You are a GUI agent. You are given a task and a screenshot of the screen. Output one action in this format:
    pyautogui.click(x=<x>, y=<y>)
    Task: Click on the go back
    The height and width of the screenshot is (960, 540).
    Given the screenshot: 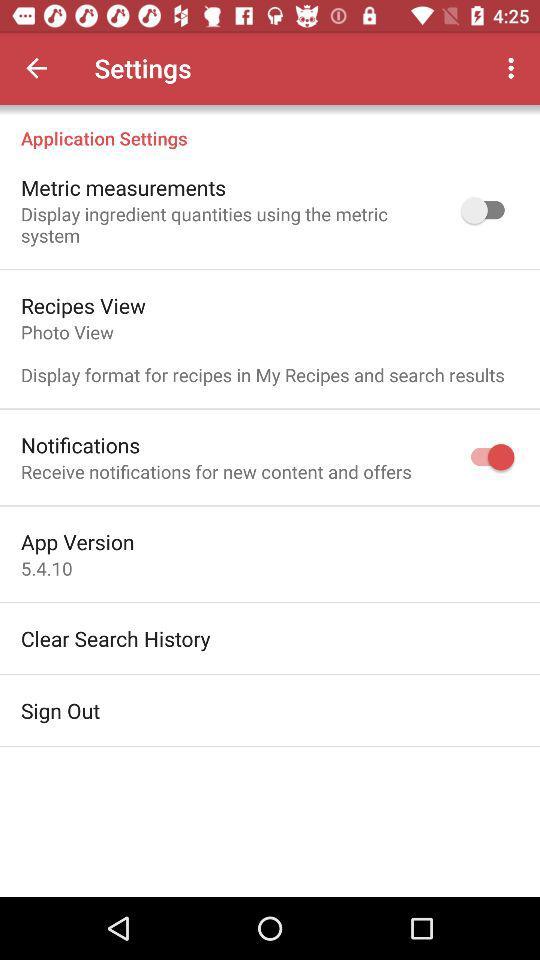 What is the action you would take?
    pyautogui.click(x=36, y=68)
    